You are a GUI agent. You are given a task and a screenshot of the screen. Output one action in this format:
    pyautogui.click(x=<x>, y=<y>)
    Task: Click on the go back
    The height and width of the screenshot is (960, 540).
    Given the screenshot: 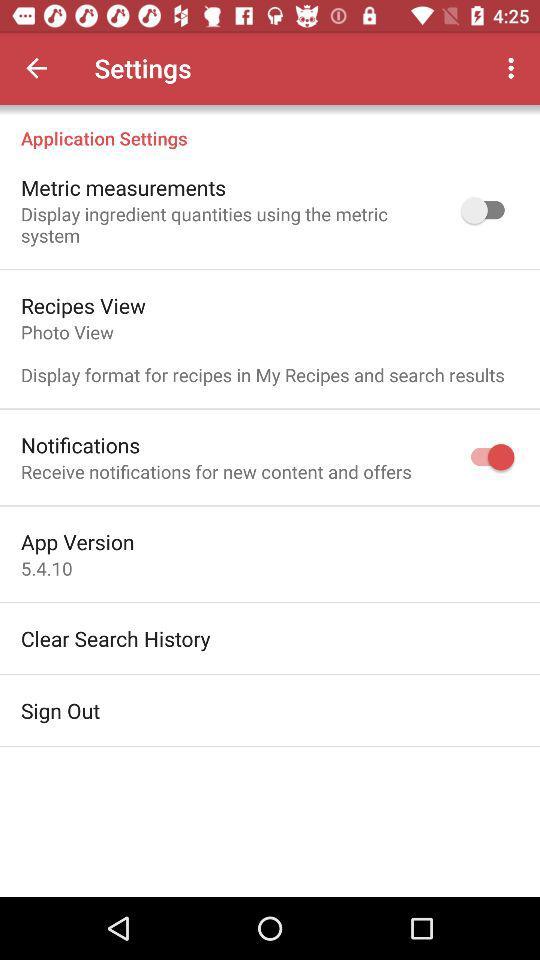 What is the action you would take?
    pyautogui.click(x=36, y=68)
    